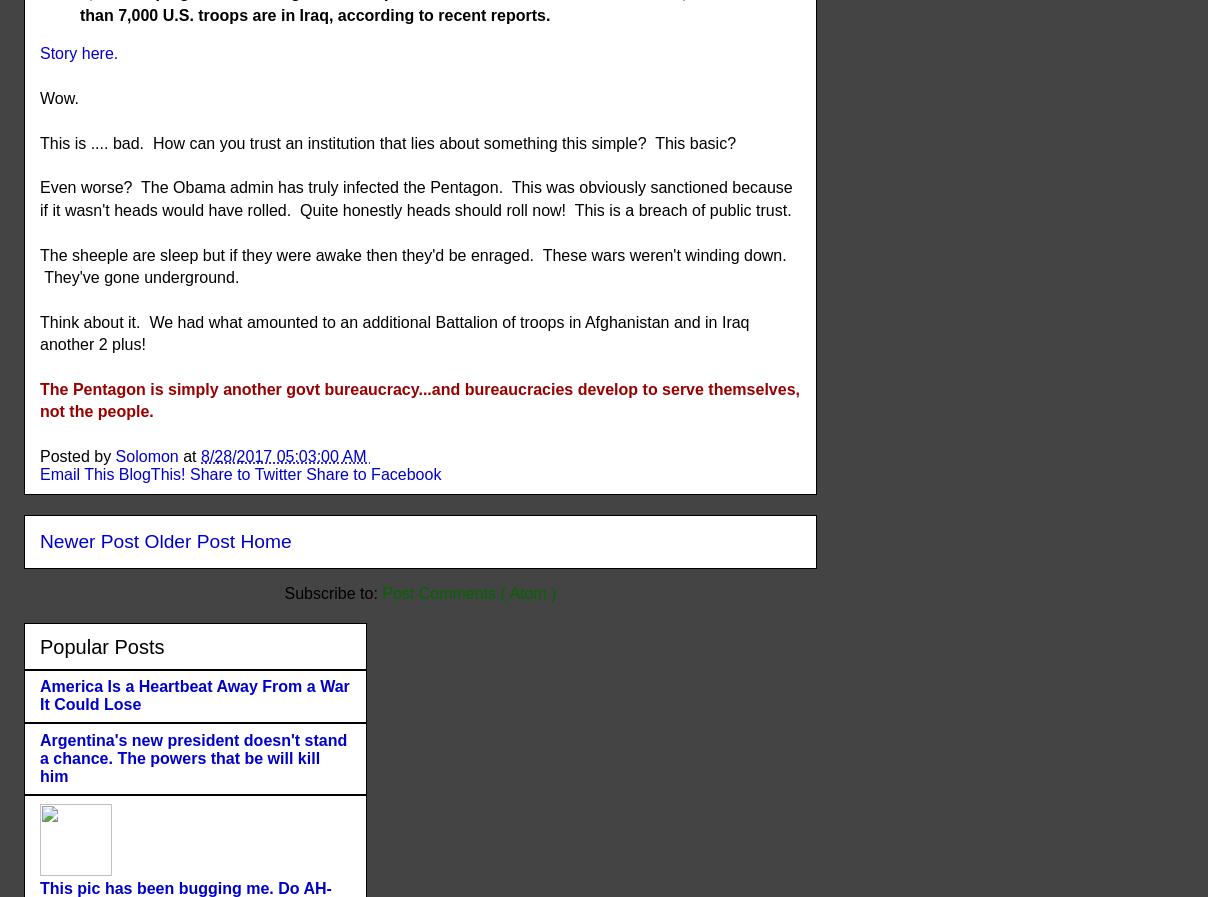  What do you see at coordinates (194, 694) in the screenshot?
I see `'America Is a Heartbeat Away From a War It Could Lose'` at bounding box center [194, 694].